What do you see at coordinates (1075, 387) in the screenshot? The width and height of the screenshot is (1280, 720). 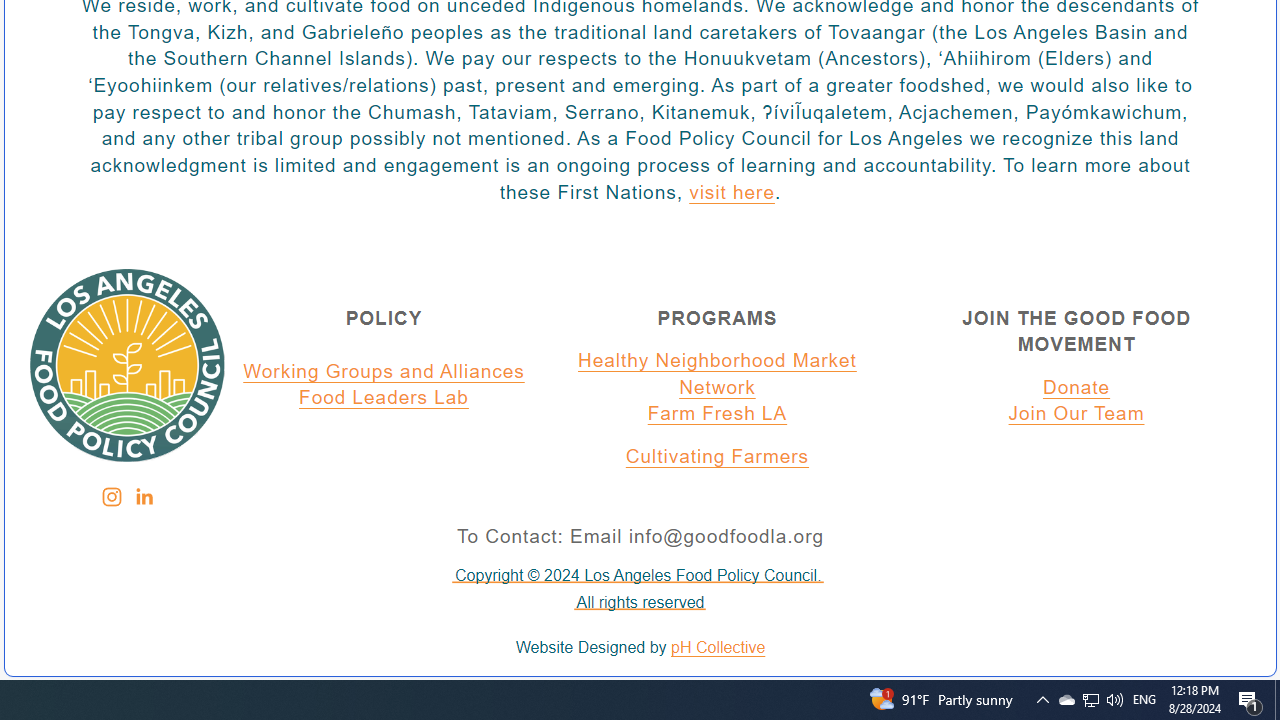 I see `'Donate'` at bounding box center [1075, 387].